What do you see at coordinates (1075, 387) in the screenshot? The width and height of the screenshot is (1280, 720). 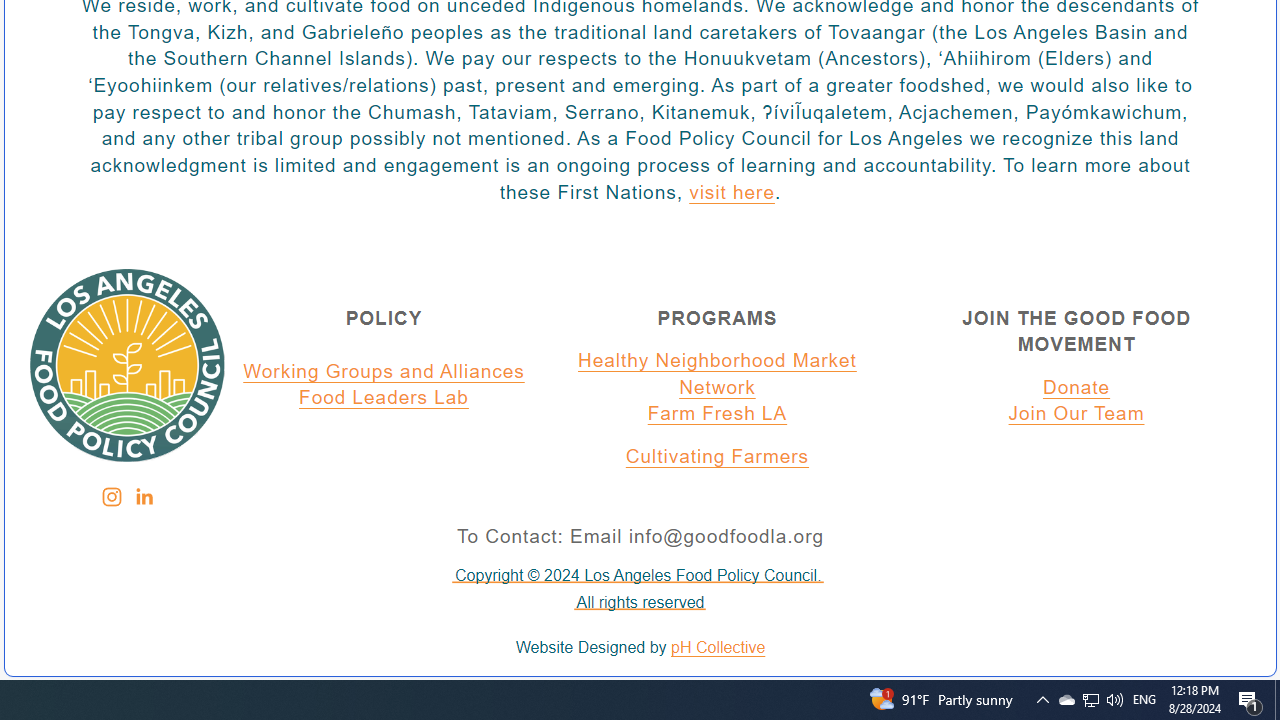 I see `'Donate'` at bounding box center [1075, 387].